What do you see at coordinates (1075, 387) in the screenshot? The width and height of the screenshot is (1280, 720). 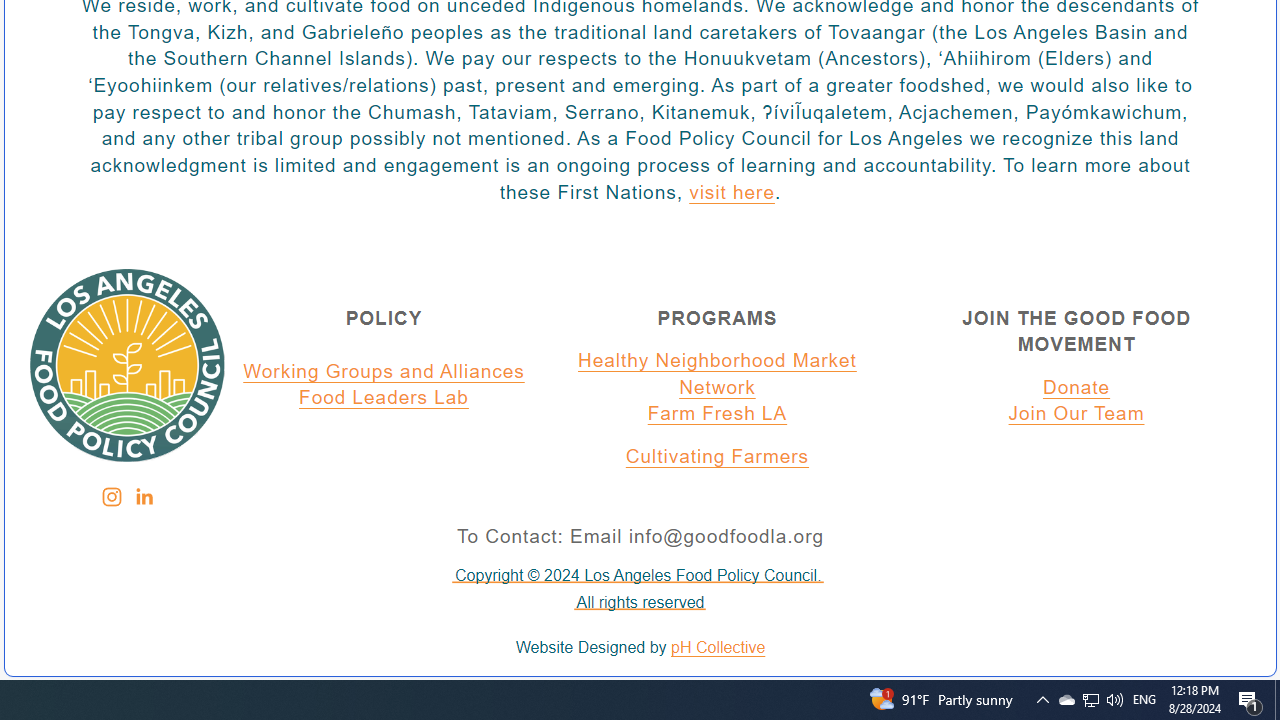 I see `'Donate'` at bounding box center [1075, 387].